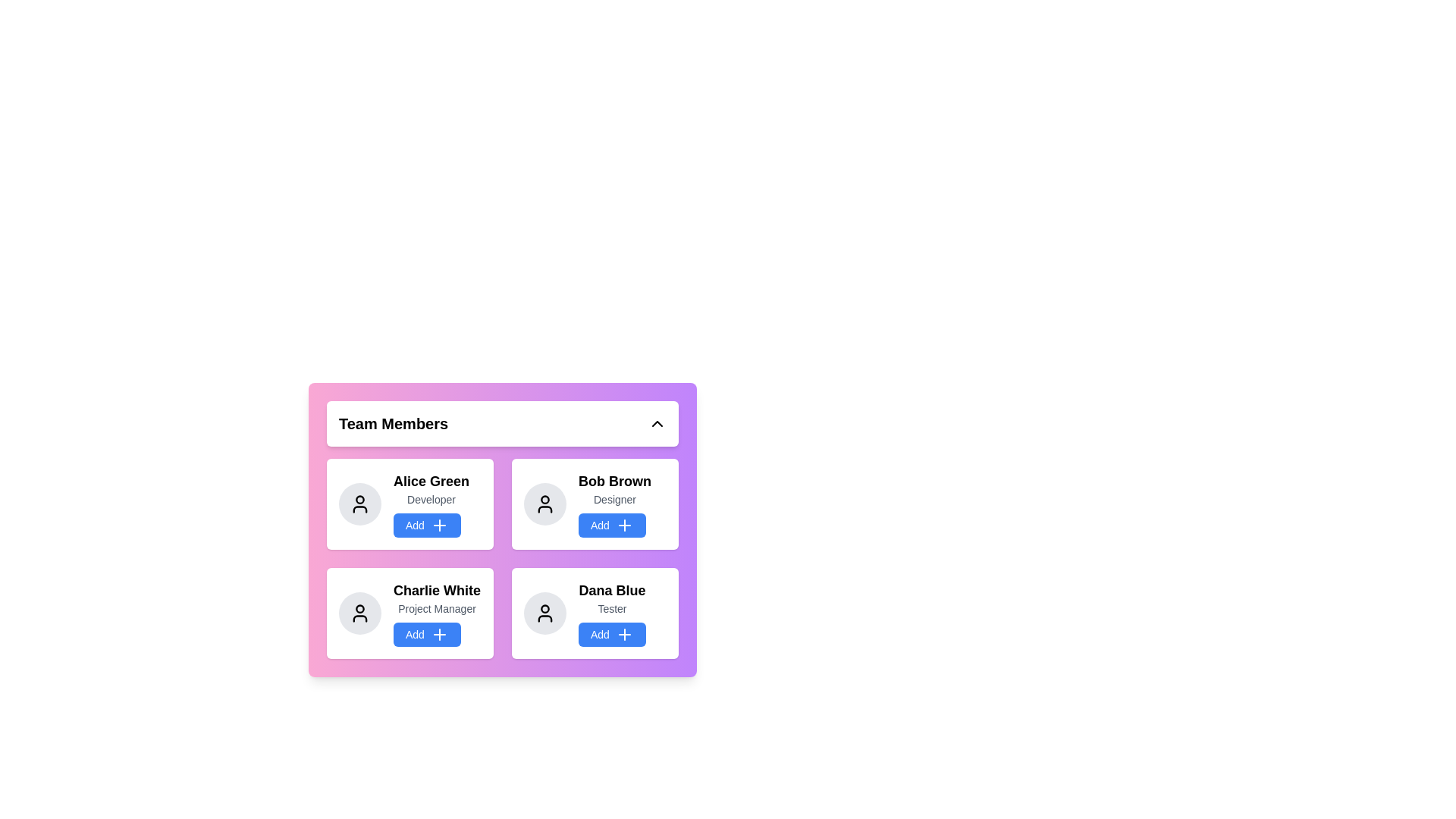 The image size is (1456, 819). I want to click on the 'Add' button located at the bottom of the card labeled 'Bob Brown', so click(612, 525).